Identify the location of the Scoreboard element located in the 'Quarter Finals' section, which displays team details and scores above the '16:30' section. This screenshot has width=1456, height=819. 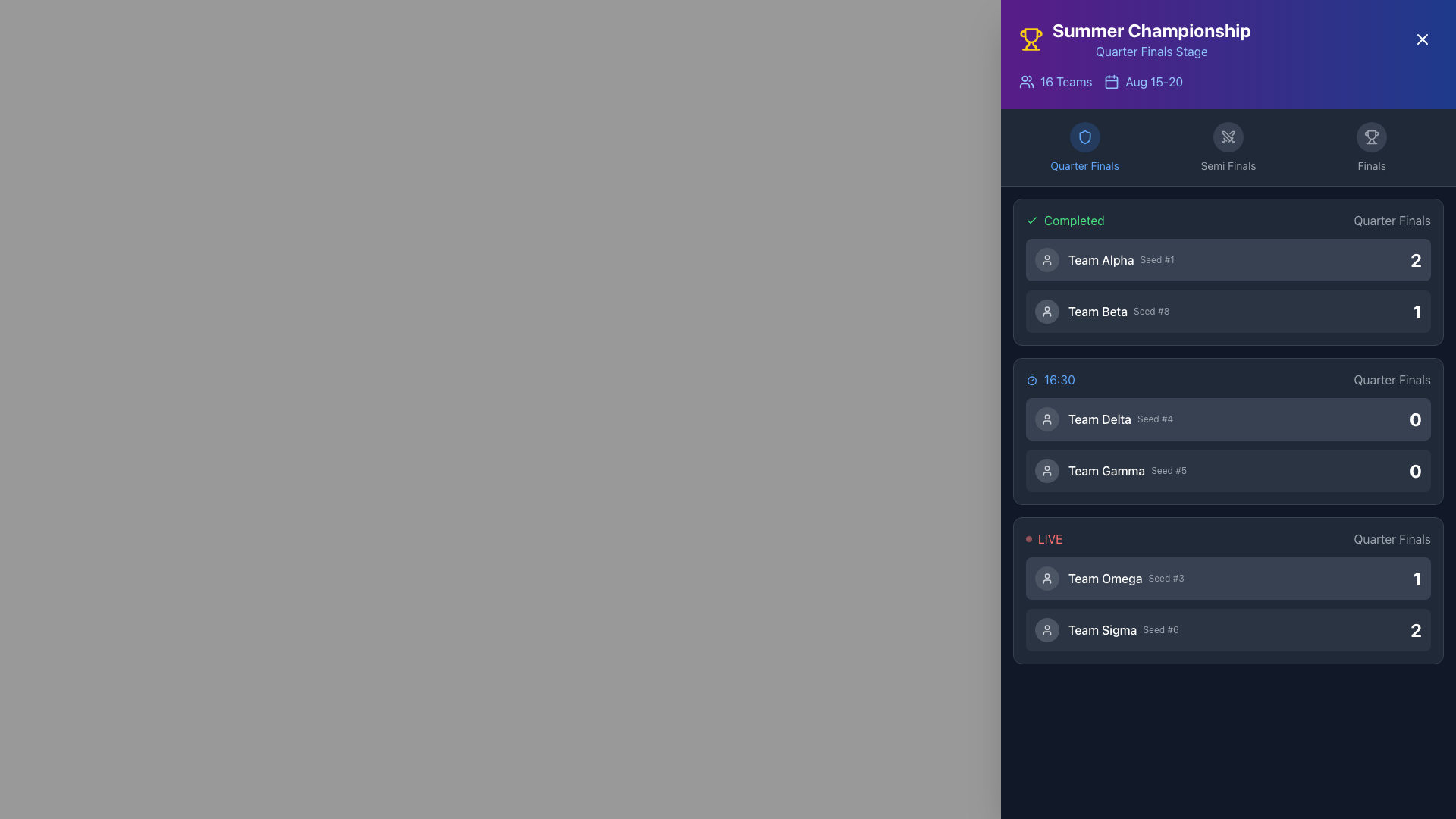
(1228, 286).